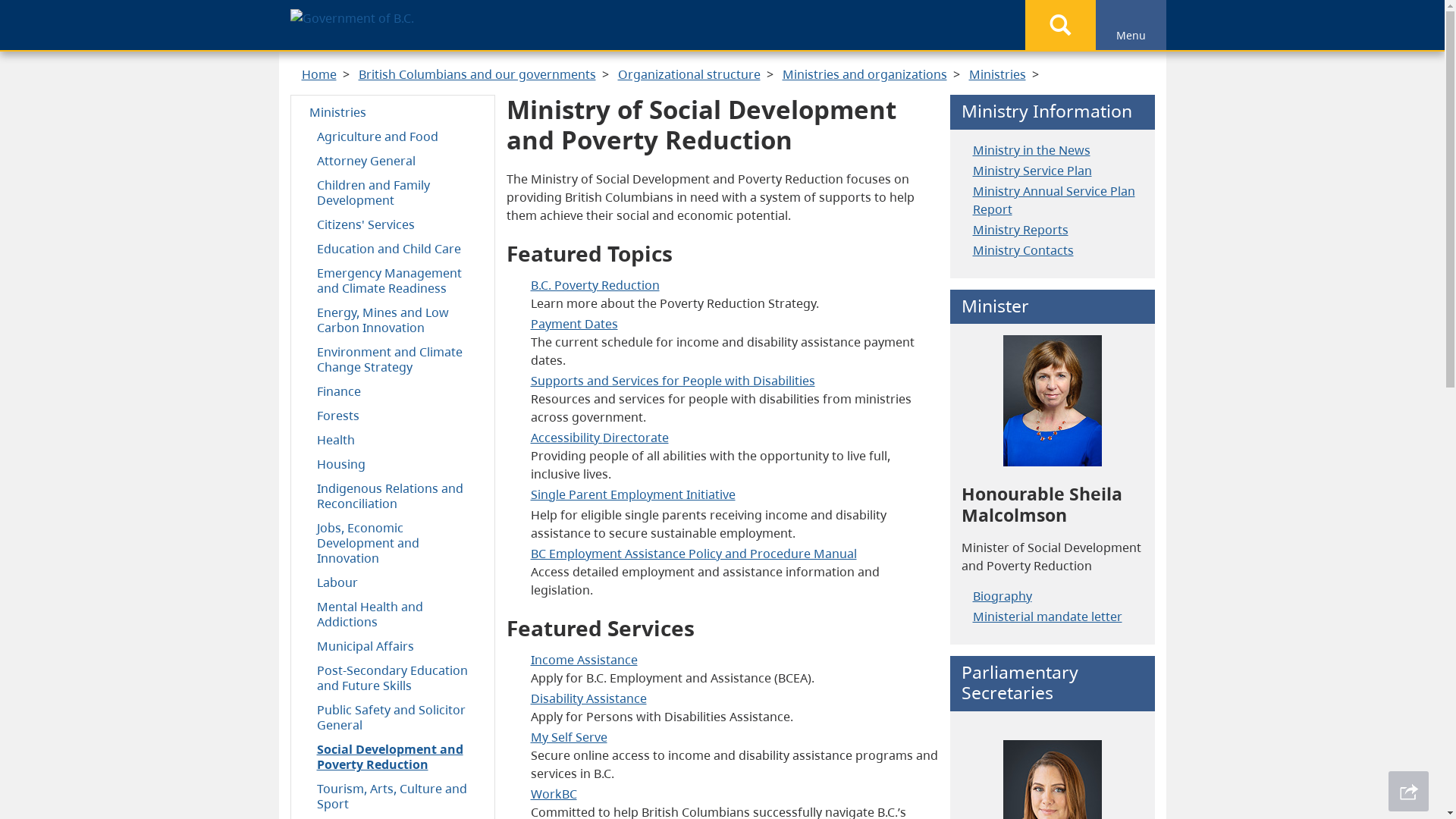 Image resolution: width=1456 pixels, height=819 pixels. What do you see at coordinates (393, 717) in the screenshot?
I see `'Public Safety and Solicitor General'` at bounding box center [393, 717].